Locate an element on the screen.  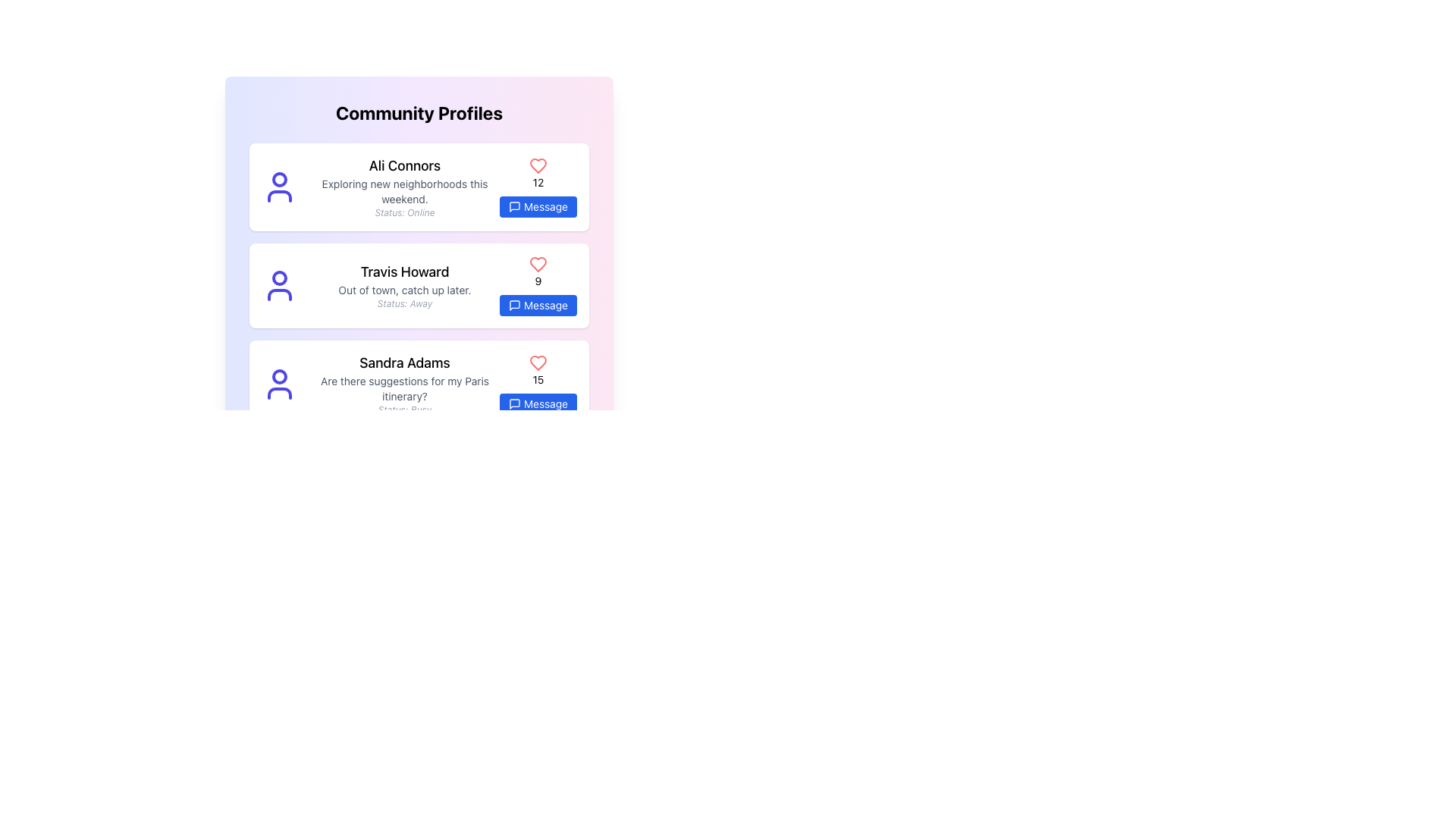
the static text label displaying 'Status: Online' located at the bottom of the user block for 'Ali Connors' is located at coordinates (404, 213).